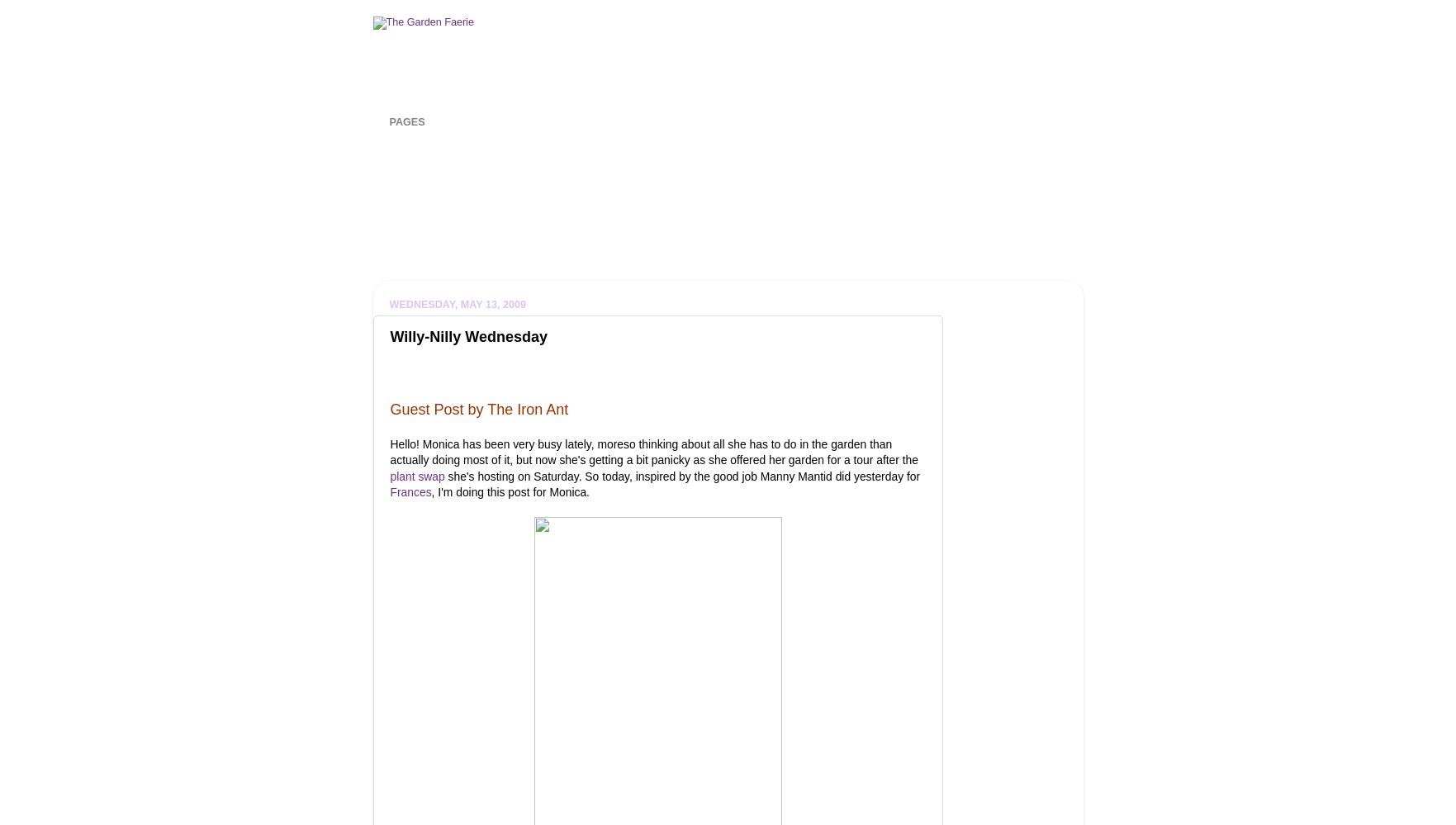 The image size is (1456, 825). Describe the element at coordinates (457, 177) in the screenshot. I see `'Gardening for Cats'` at that location.